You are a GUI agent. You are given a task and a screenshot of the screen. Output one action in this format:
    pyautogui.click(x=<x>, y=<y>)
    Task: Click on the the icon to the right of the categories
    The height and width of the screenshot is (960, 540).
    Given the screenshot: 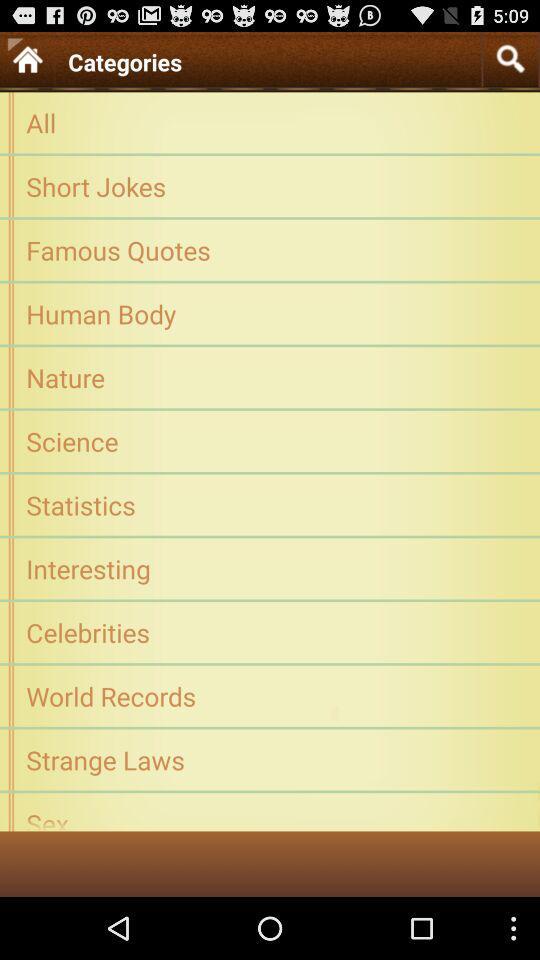 What is the action you would take?
    pyautogui.click(x=510, y=58)
    